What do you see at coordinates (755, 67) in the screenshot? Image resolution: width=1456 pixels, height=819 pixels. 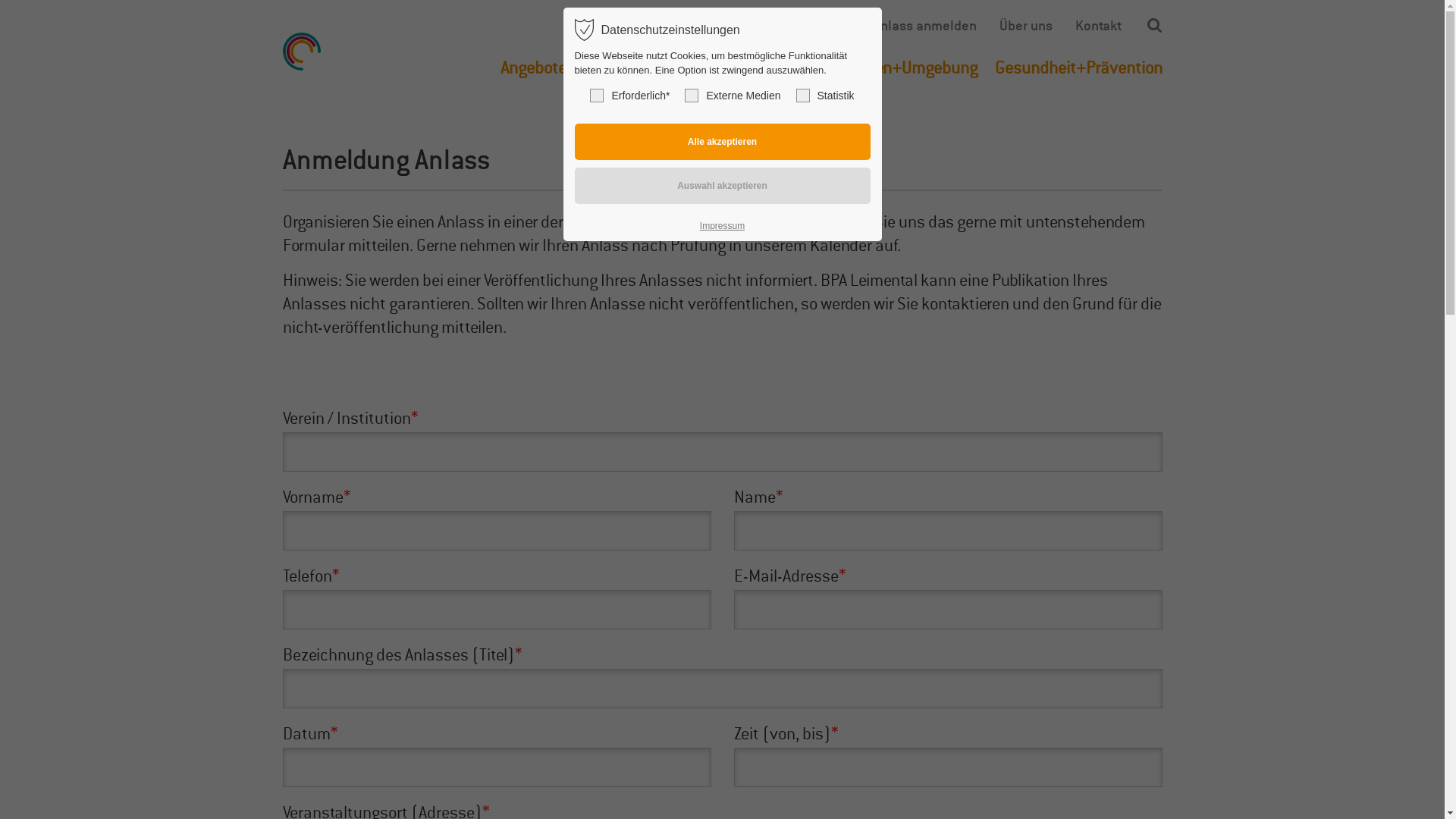 I see `'Betreuung+Pflege'` at bounding box center [755, 67].